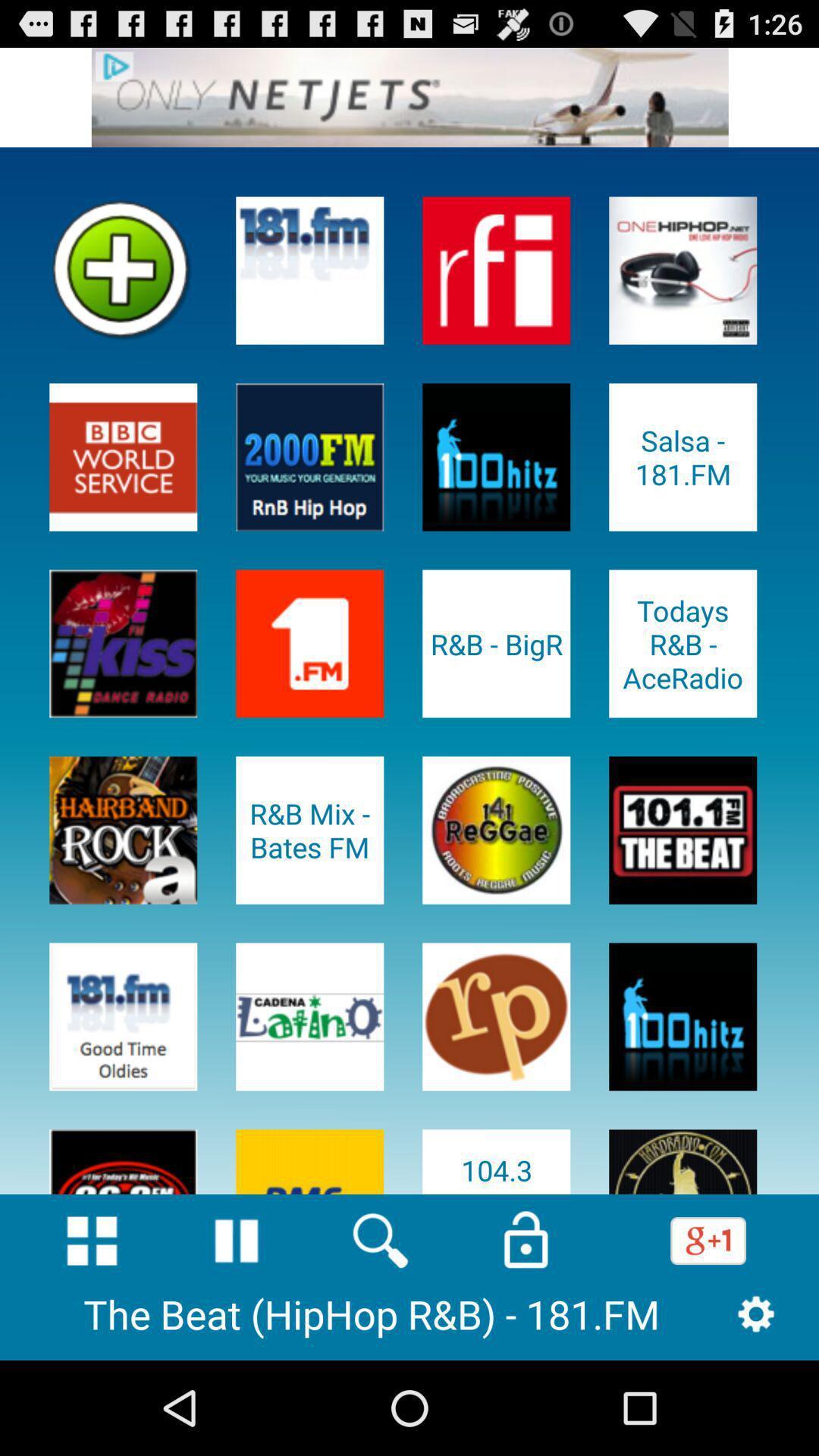 The image size is (819, 1456). What do you see at coordinates (409, 96) in the screenshot?
I see `next` at bounding box center [409, 96].